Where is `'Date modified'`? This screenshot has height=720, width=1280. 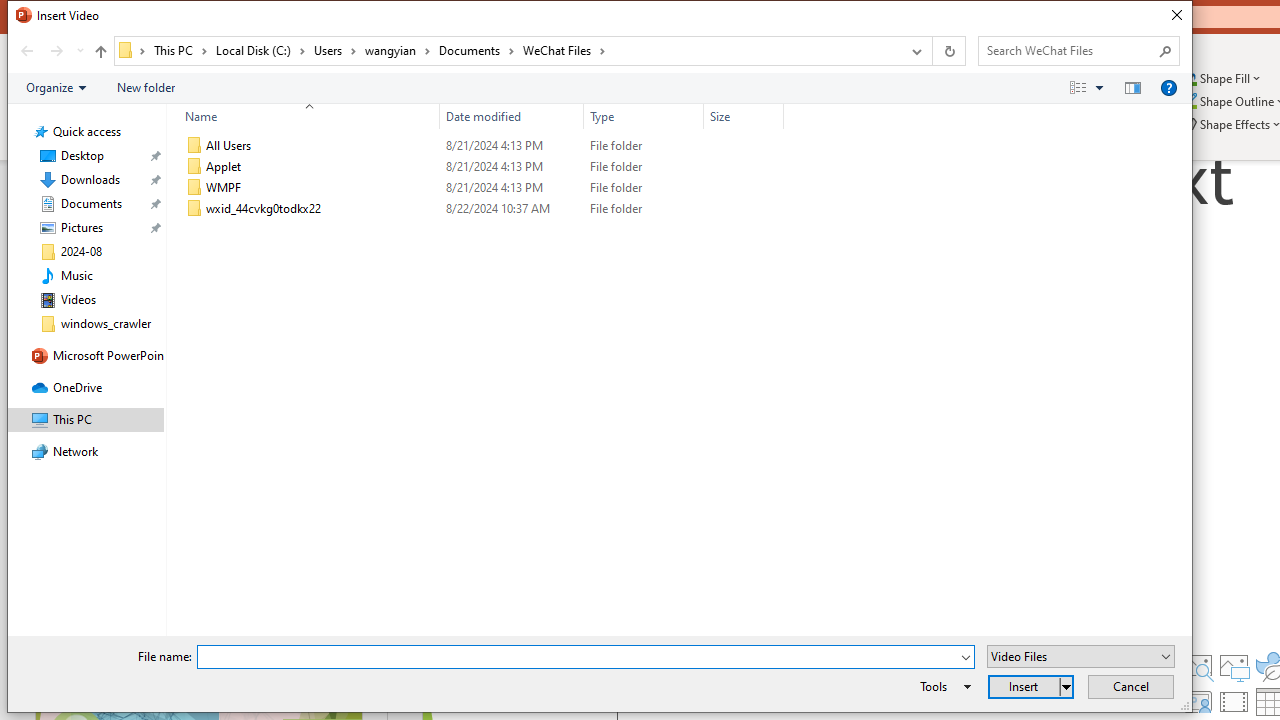
'Date modified' is located at coordinates (512, 116).